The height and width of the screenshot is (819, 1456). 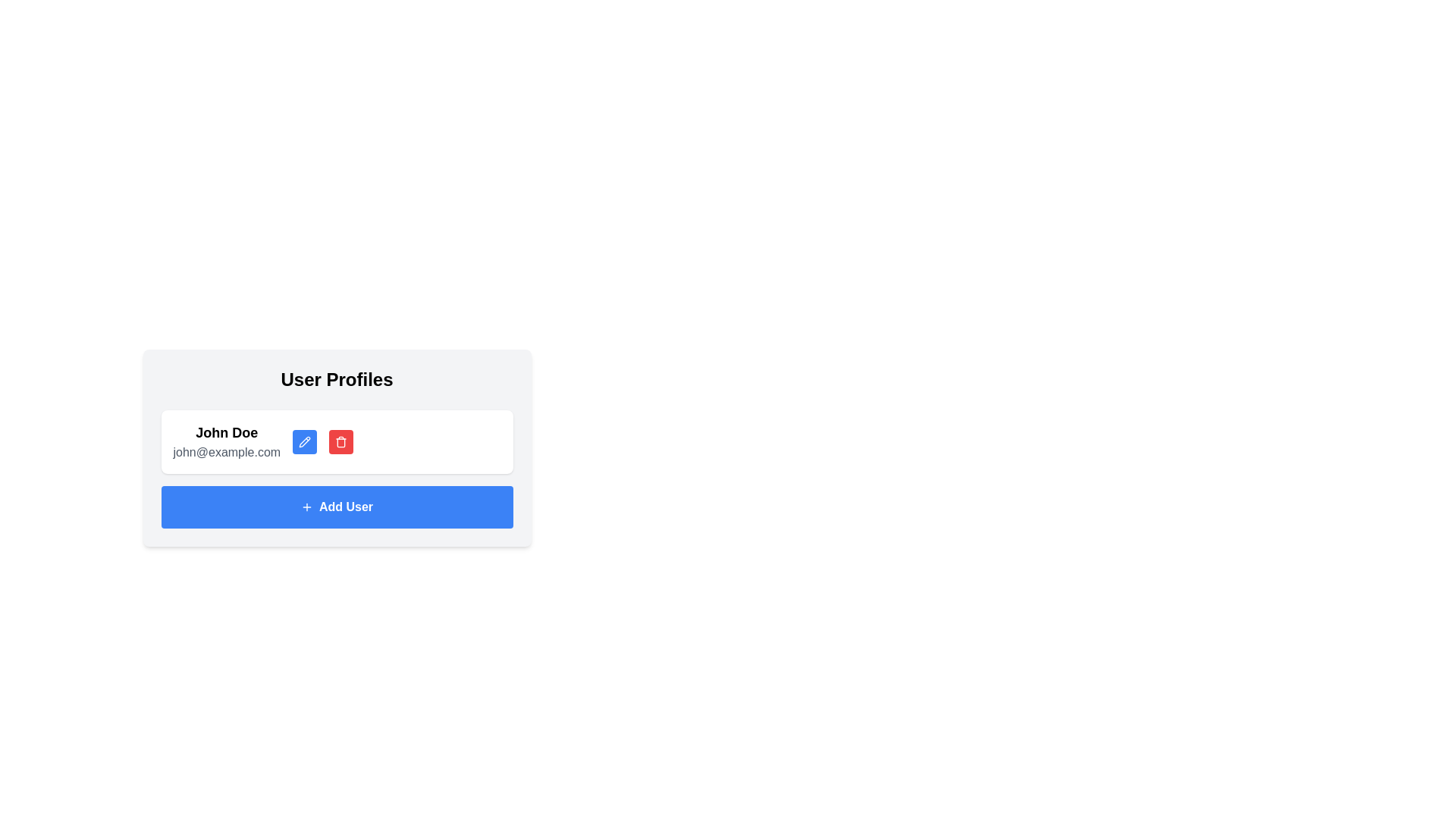 What do you see at coordinates (340, 441) in the screenshot?
I see `the small red square button with a trash bin icon` at bounding box center [340, 441].